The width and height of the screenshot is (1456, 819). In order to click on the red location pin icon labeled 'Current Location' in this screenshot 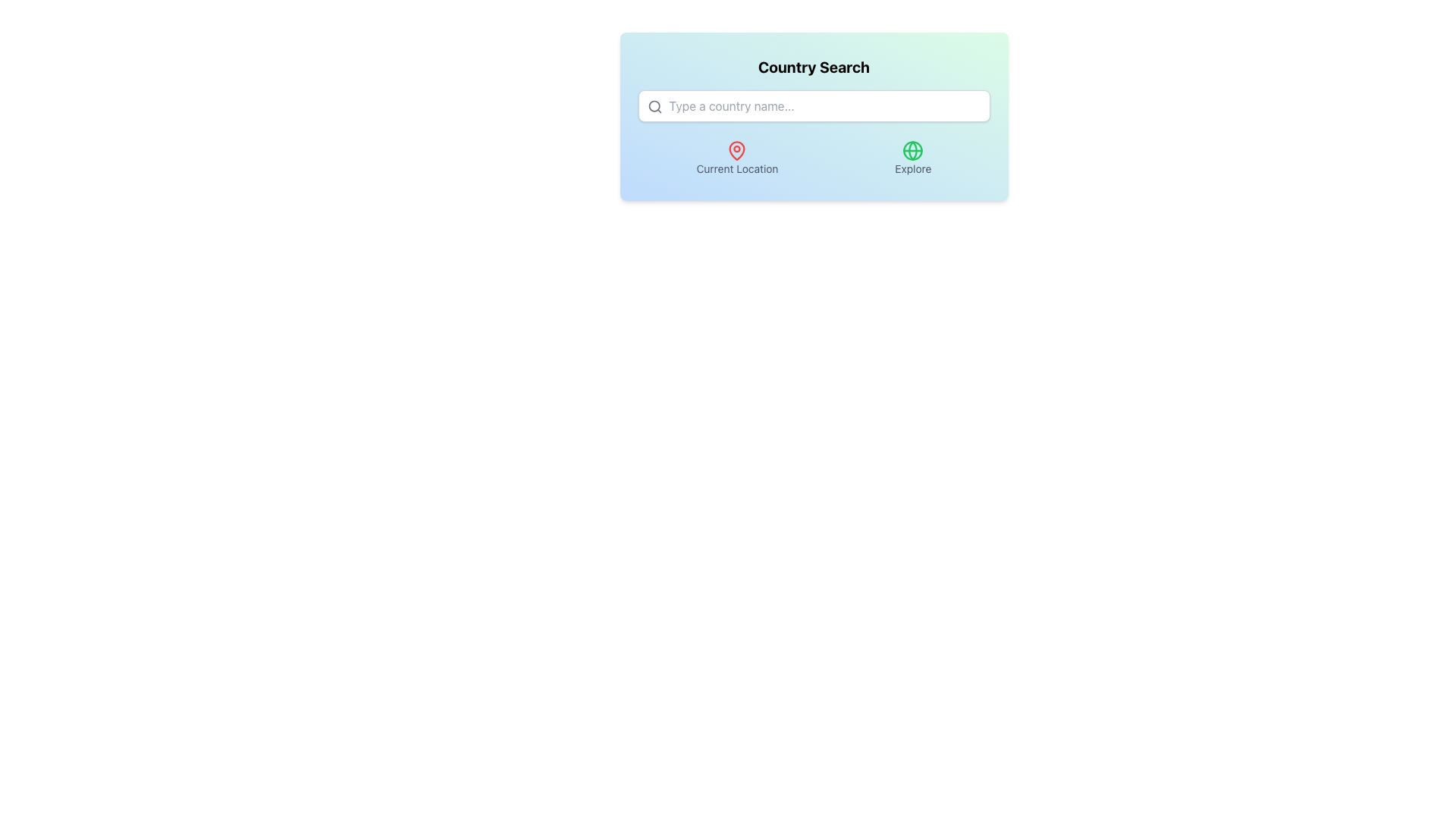, I will do `click(737, 151)`.